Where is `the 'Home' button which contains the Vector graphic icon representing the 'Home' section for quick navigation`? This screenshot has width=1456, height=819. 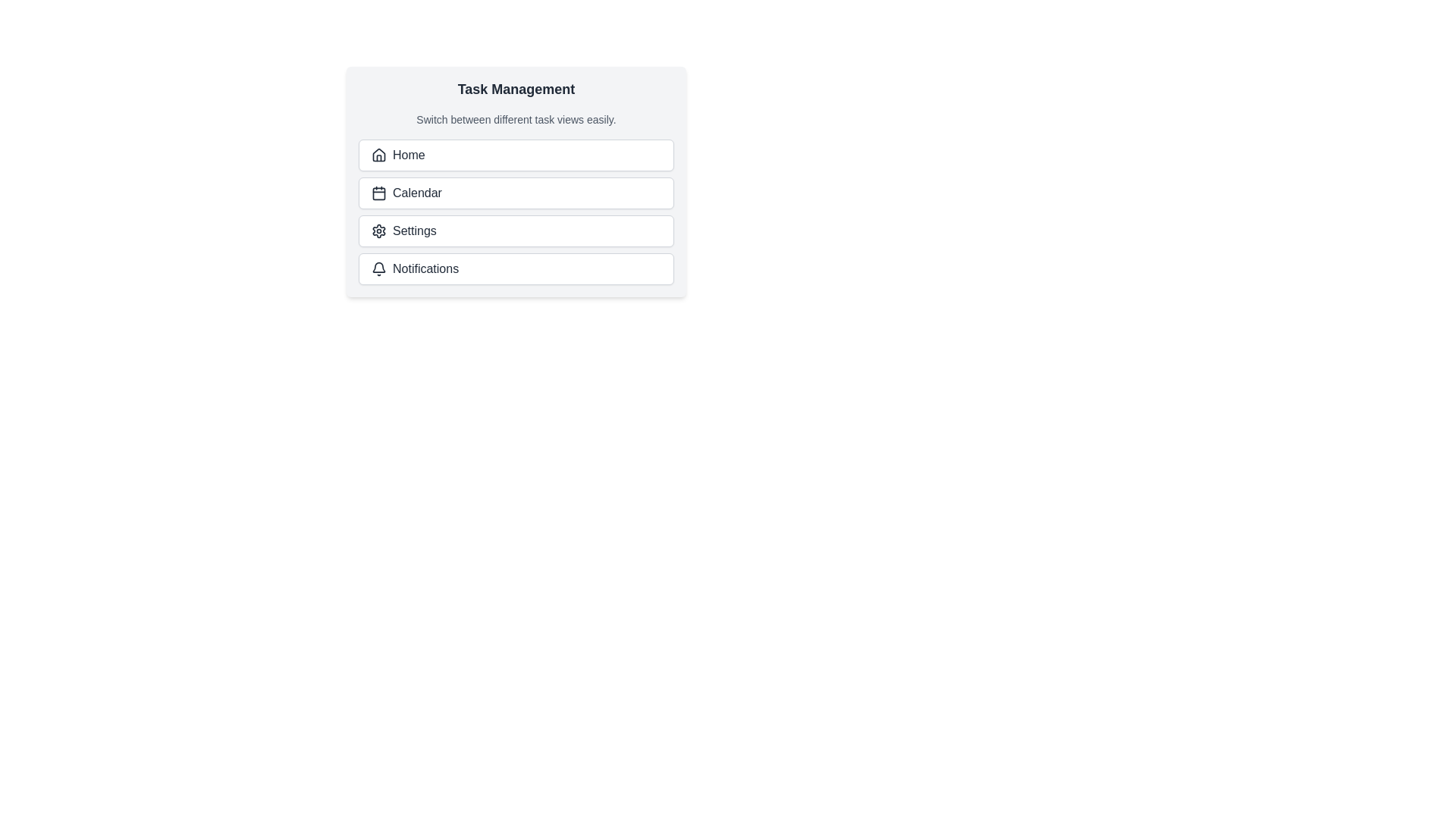
the 'Home' button which contains the Vector graphic icon representing the 'Home' section for quick navigation is located at coordinates (378, 155).